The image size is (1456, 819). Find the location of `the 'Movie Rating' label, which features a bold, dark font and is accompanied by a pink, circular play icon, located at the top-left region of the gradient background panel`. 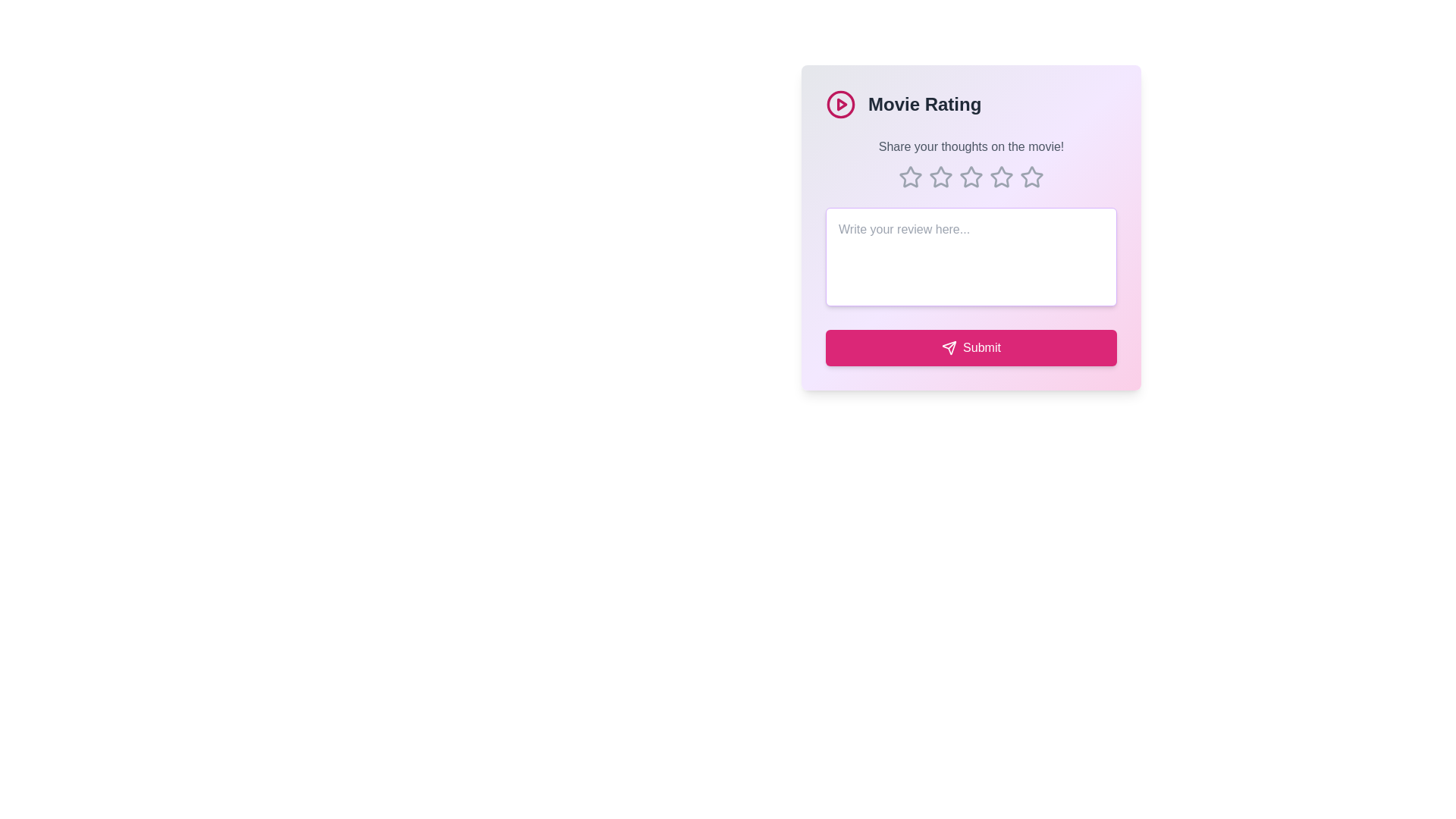

the 'Movie Rating' label, which features a bold, dark font and is accompanied by a pink, circular play icon, located at the top-left region of the gradient background panel is located at coordinates (971, 104).